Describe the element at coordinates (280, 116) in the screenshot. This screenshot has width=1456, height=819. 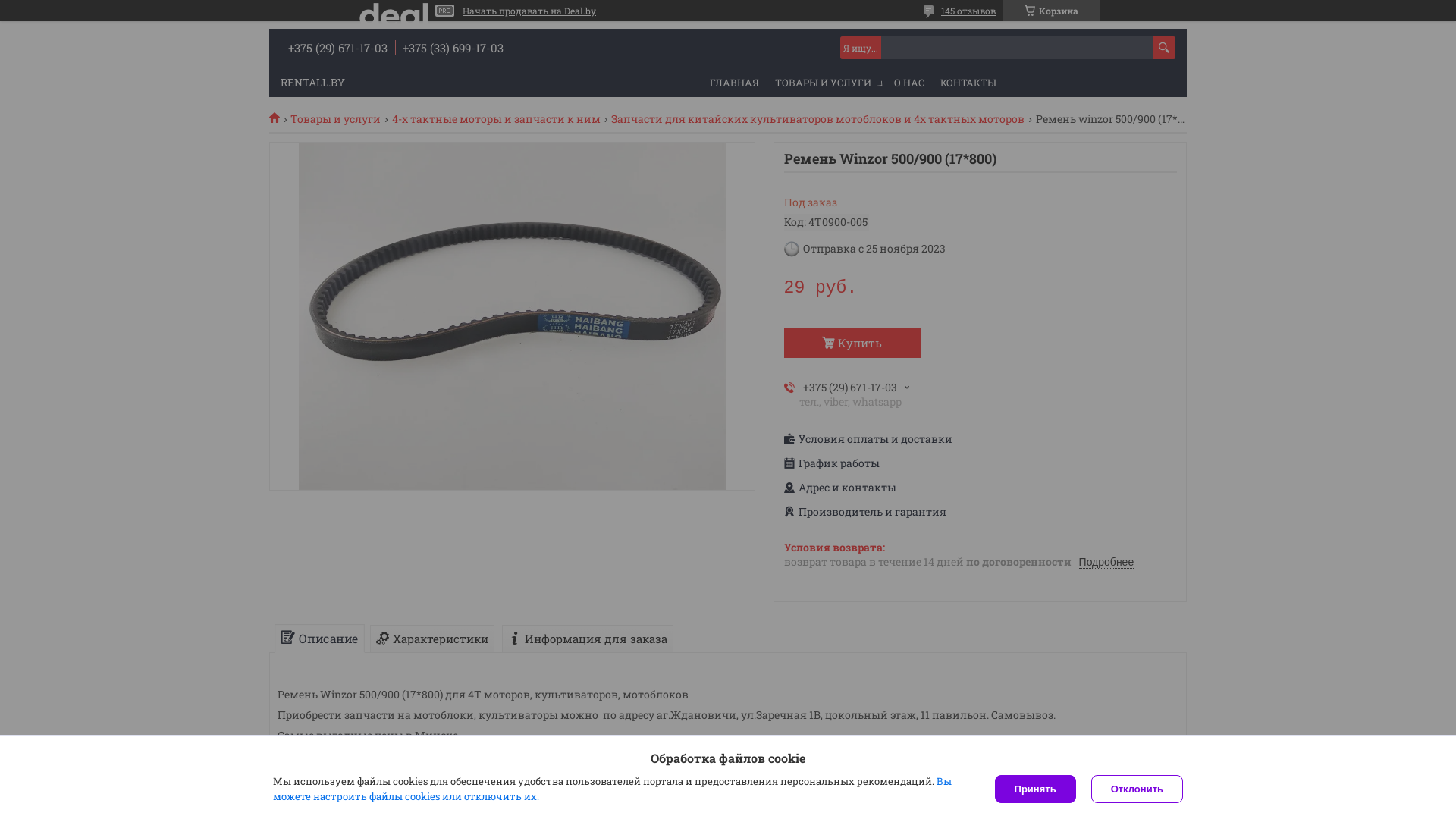
I see `'Rentall.by'` at that location.